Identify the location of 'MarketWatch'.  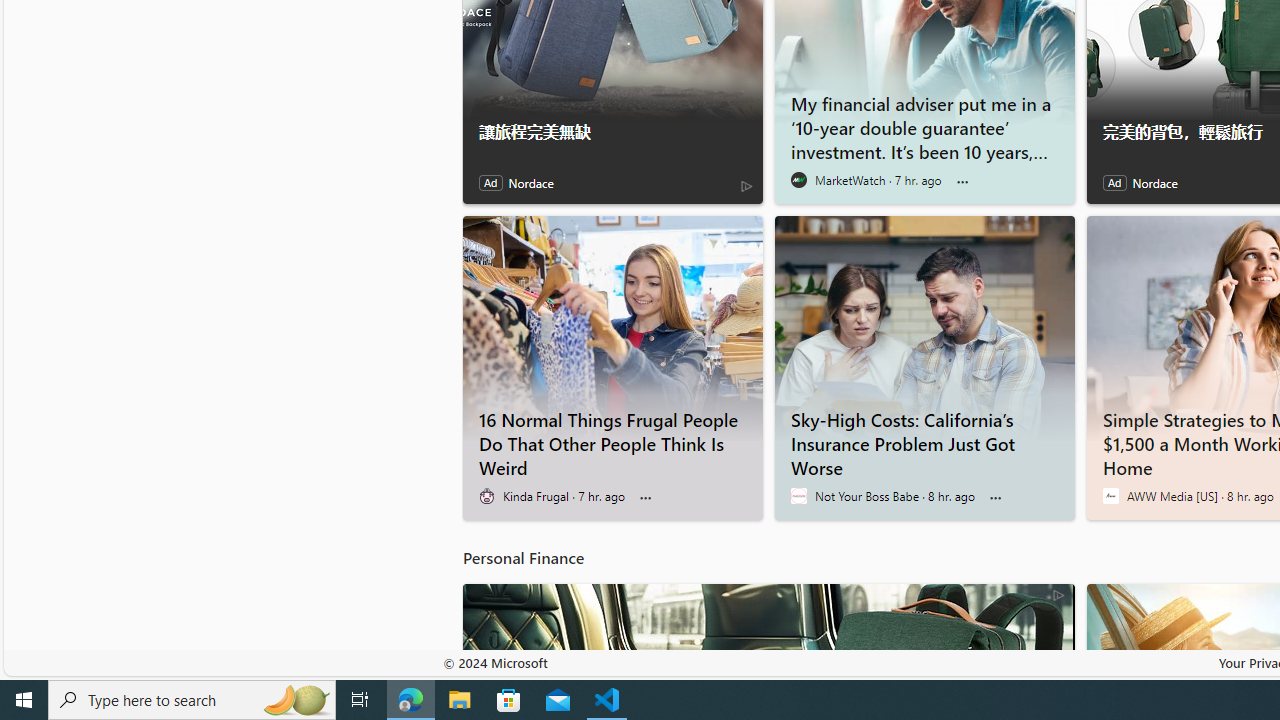
(797, 180).